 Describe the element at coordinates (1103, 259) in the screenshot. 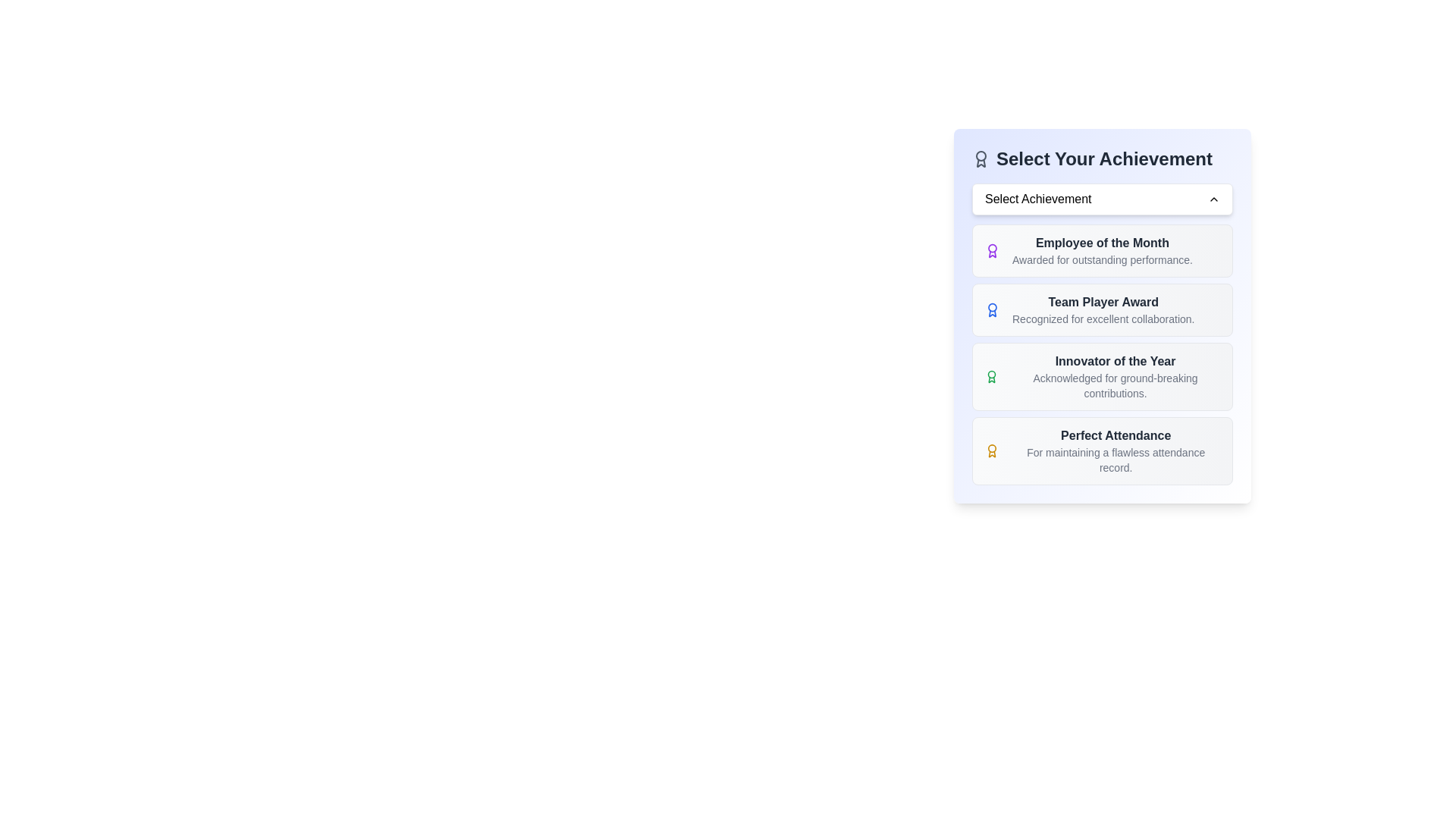

I see `the descriptive text label that provides context about the 'Employee of the Month' title to trigger tooltips` at that location.